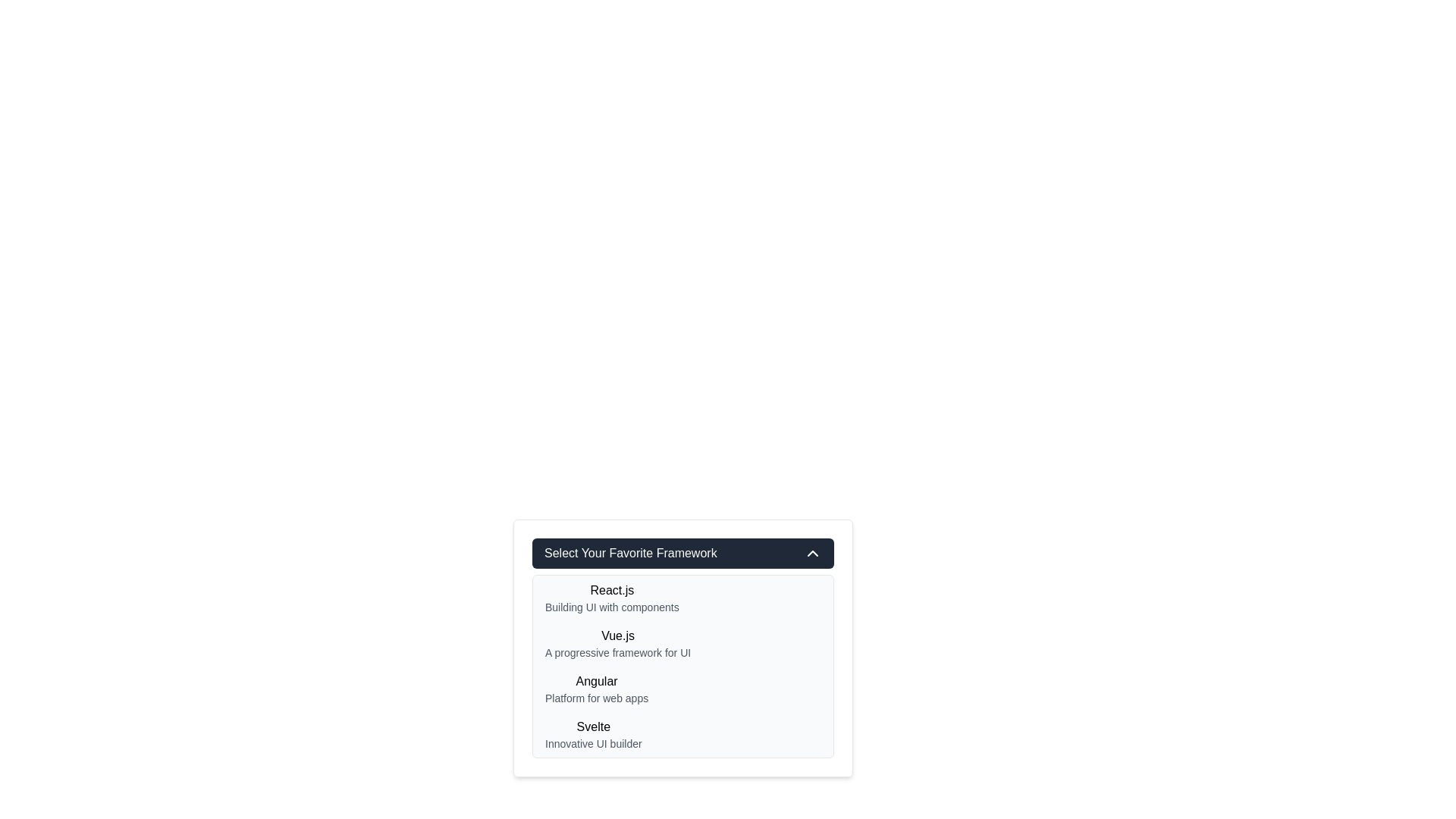 This screenshot has height=819, width=1456. I want to click on the fourth item in the dropdown list titled 'Select Your Favorite Framework', which contains the bold title 'Svelte' and the description 'Innovative UI builder', so click(592, 733).